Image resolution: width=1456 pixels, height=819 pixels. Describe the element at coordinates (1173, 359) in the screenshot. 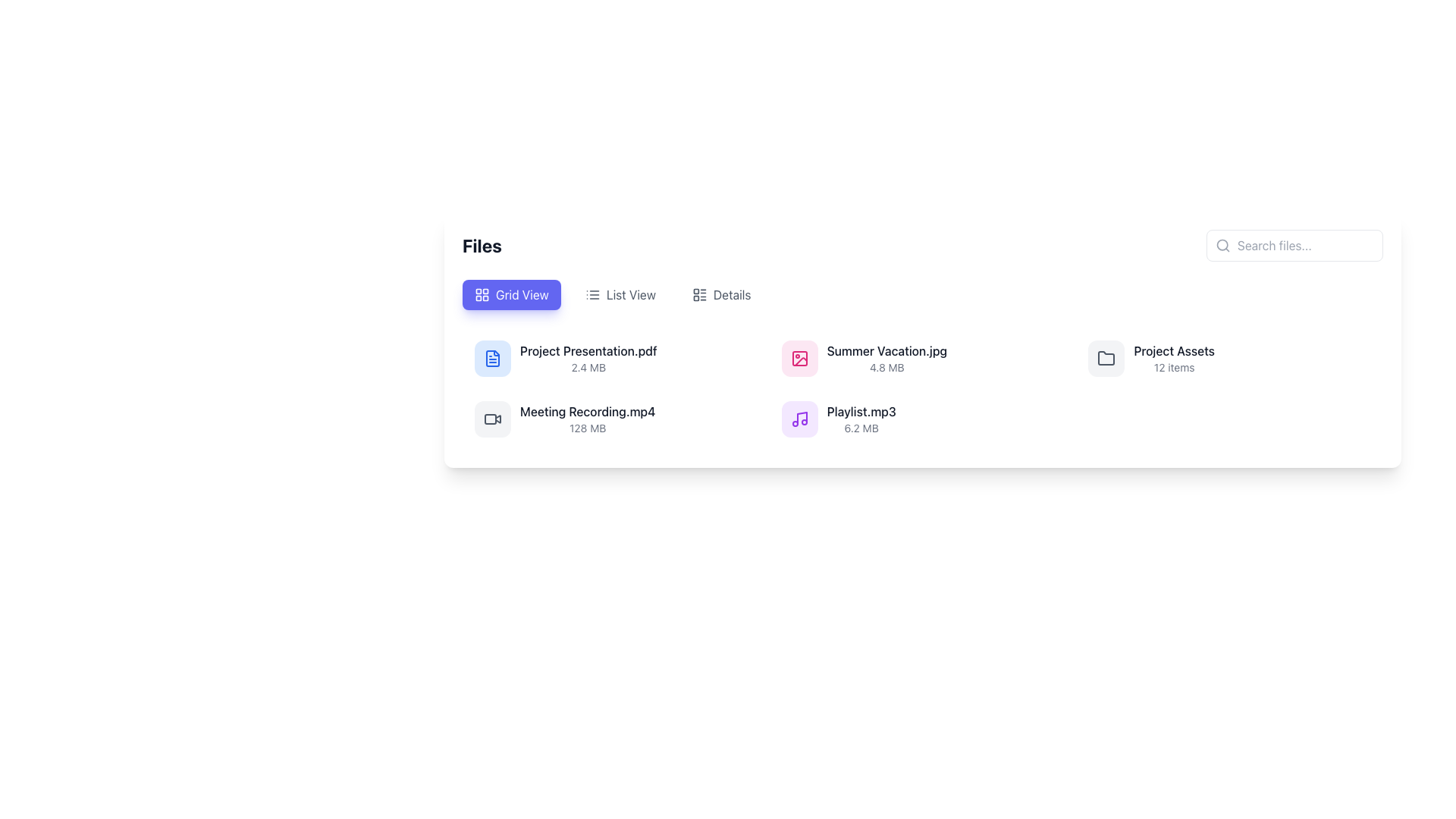

I see `the descriptive text element indicating the folder titled 'Project Assets' that contains '12 items', located in the bottom-right corner of the interface's grid view` at that location.